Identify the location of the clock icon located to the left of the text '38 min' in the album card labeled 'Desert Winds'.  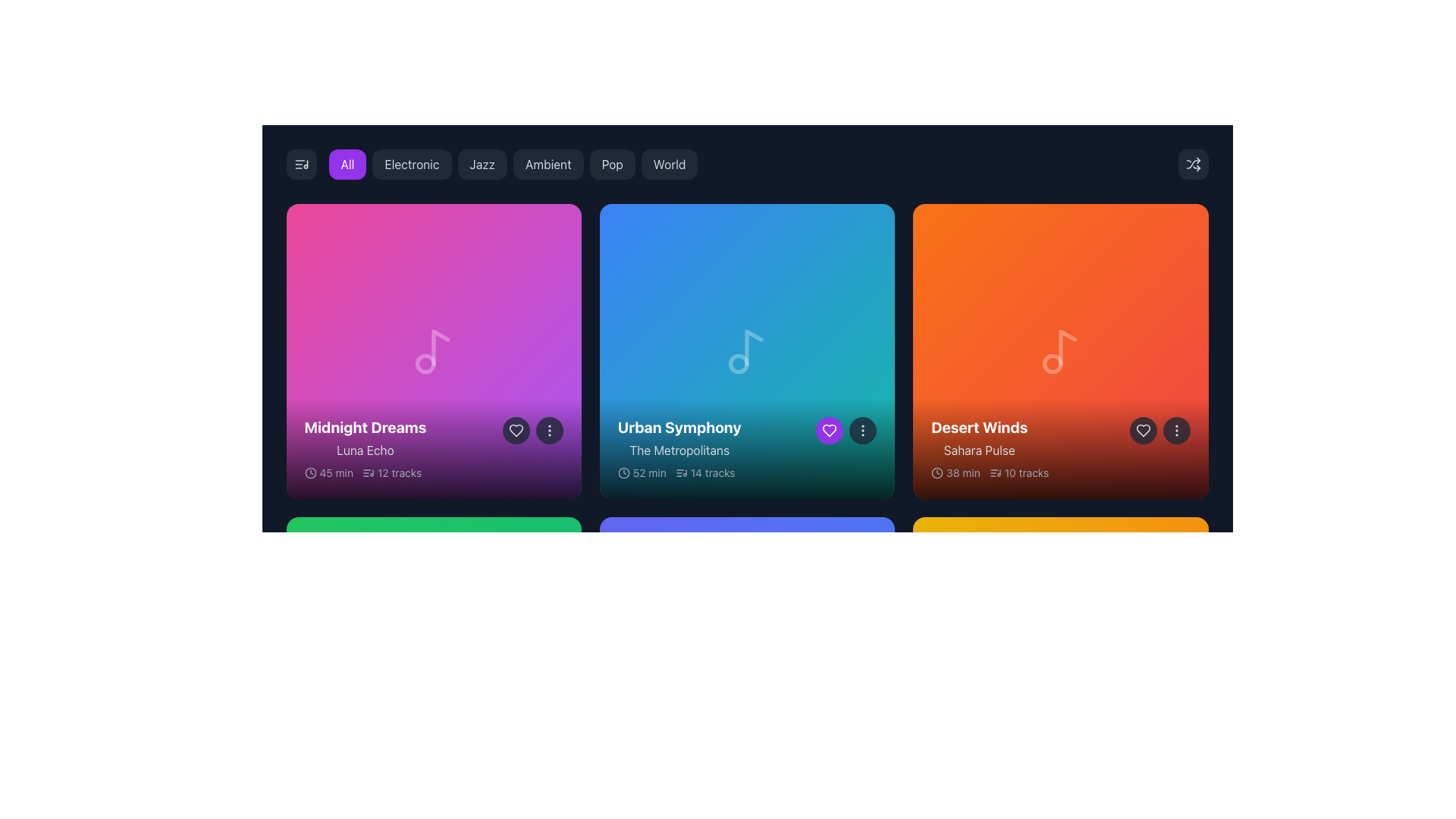
(937, 472).